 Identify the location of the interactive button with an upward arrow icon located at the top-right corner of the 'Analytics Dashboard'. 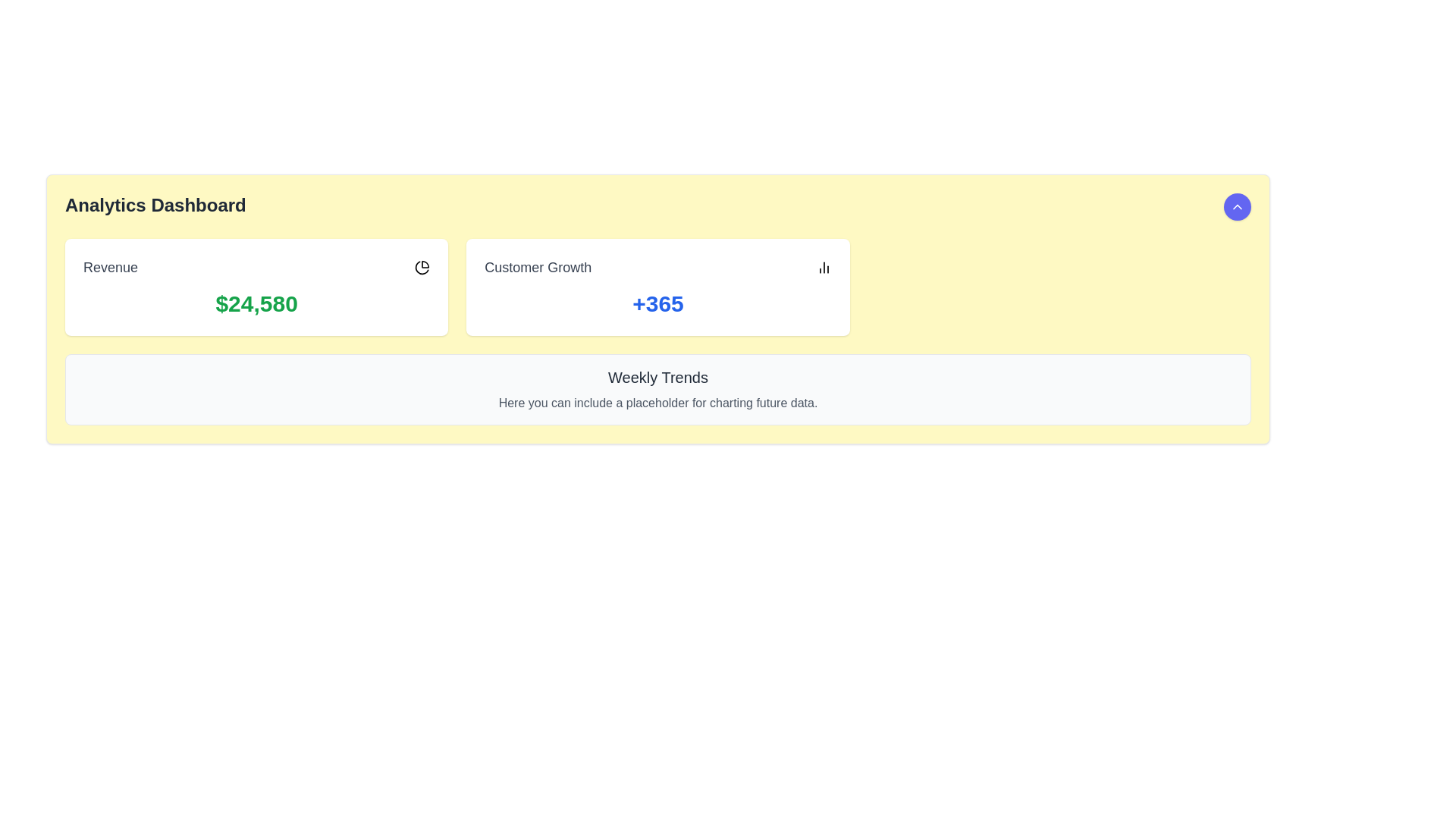
(1238, 207).